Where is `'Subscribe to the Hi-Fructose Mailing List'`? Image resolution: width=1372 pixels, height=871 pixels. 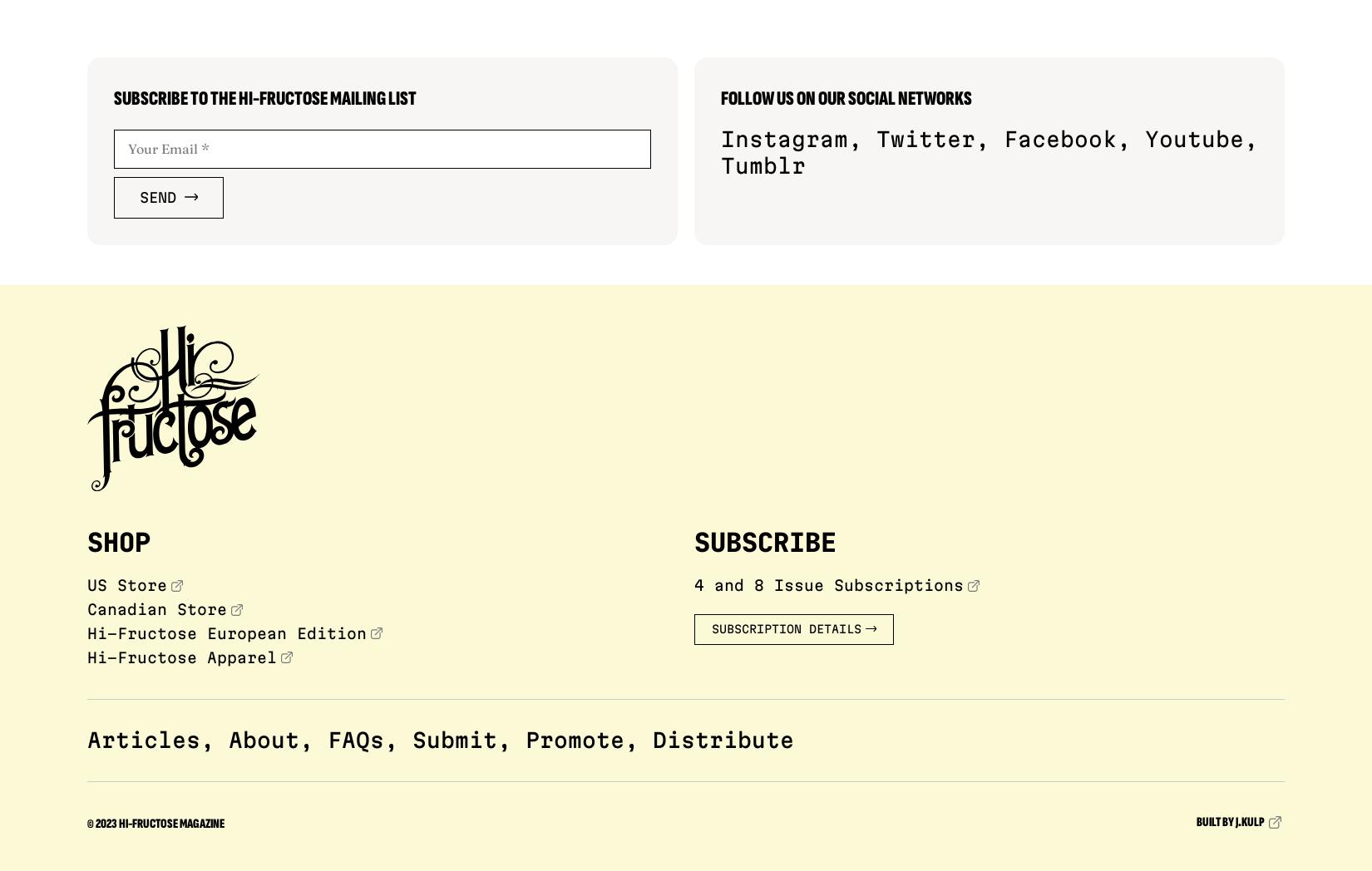
'Subscribe to the Hi-Fructose Mailing List' is located at coordinates (264, 97).